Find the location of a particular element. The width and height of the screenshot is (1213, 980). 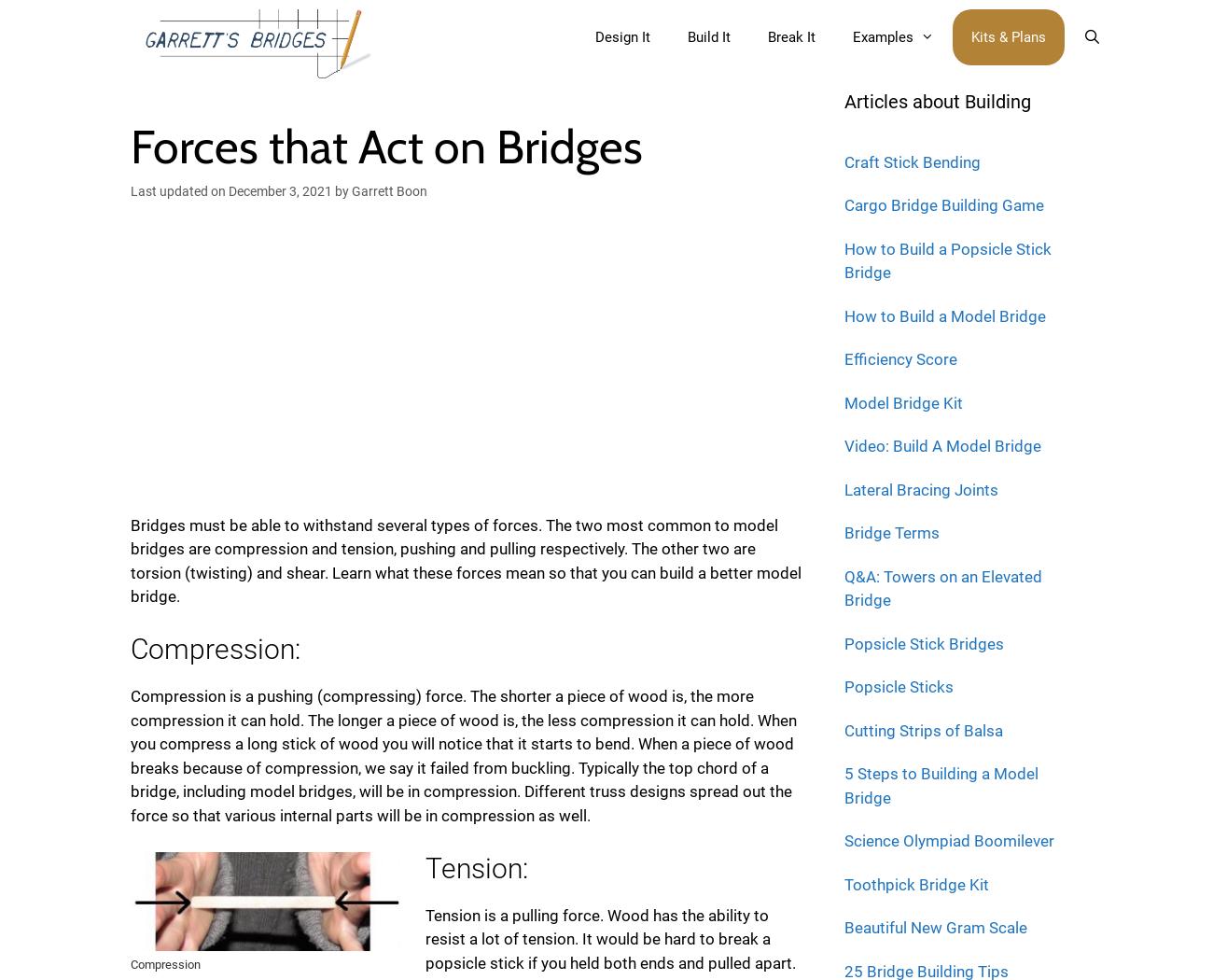

'Popsicle Stick Bridges' is located at coordinates (923, 643).